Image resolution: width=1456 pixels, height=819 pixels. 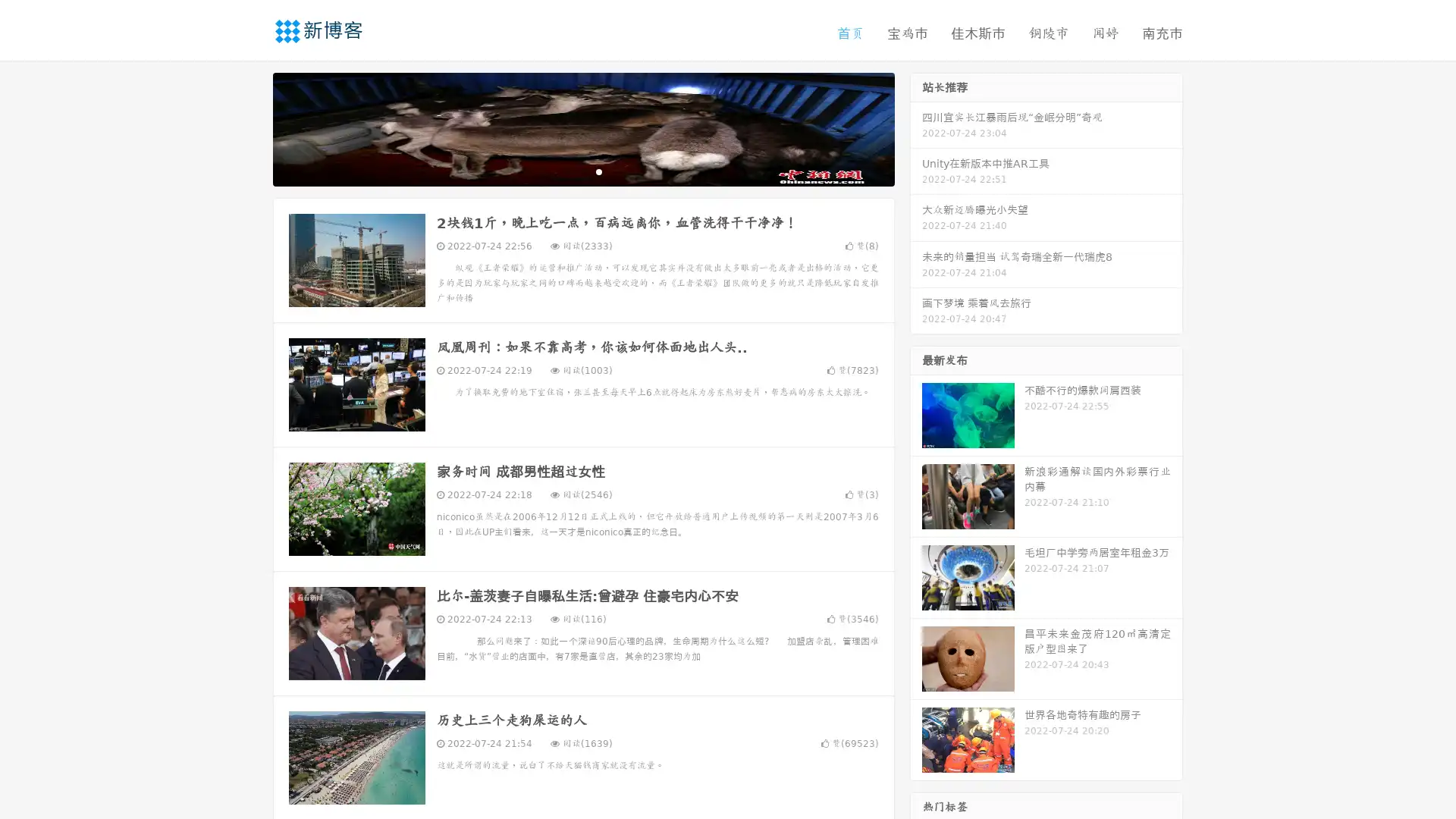 I want to click on Next slide, so click(x=916, y=127).